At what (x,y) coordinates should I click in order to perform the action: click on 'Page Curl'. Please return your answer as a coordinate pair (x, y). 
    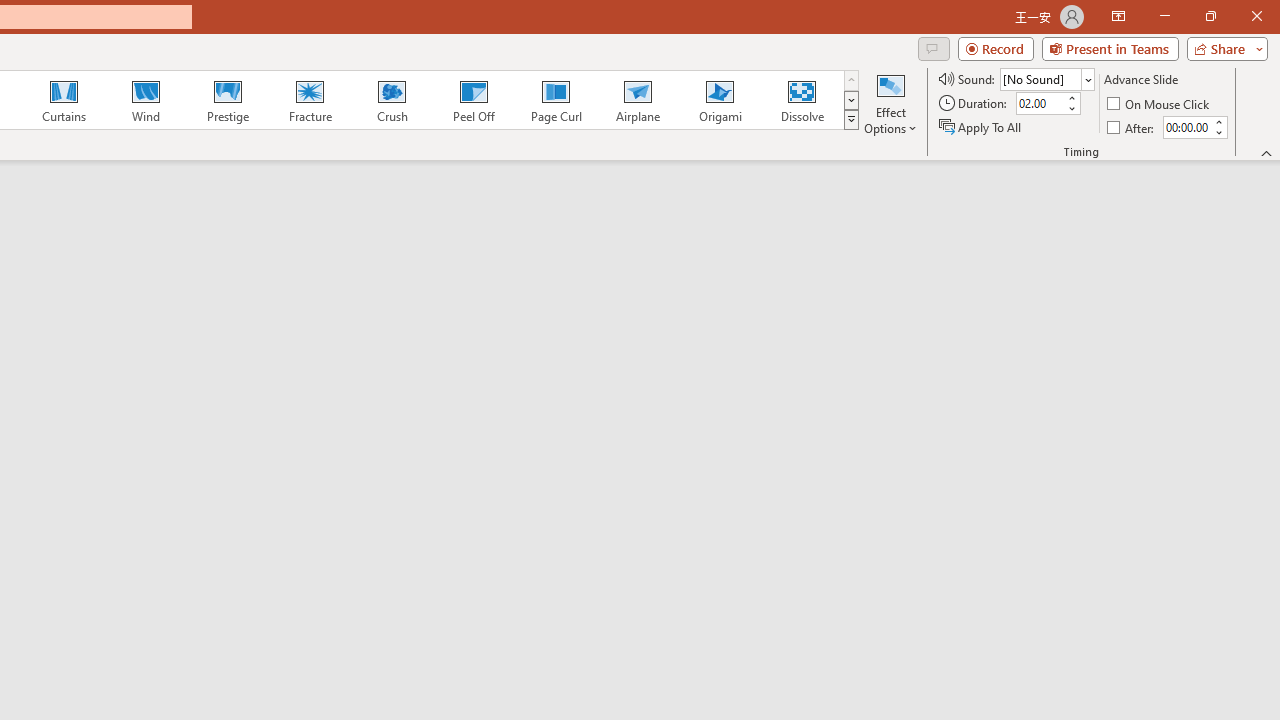
    Looking at the image, I should click on (555, 100).